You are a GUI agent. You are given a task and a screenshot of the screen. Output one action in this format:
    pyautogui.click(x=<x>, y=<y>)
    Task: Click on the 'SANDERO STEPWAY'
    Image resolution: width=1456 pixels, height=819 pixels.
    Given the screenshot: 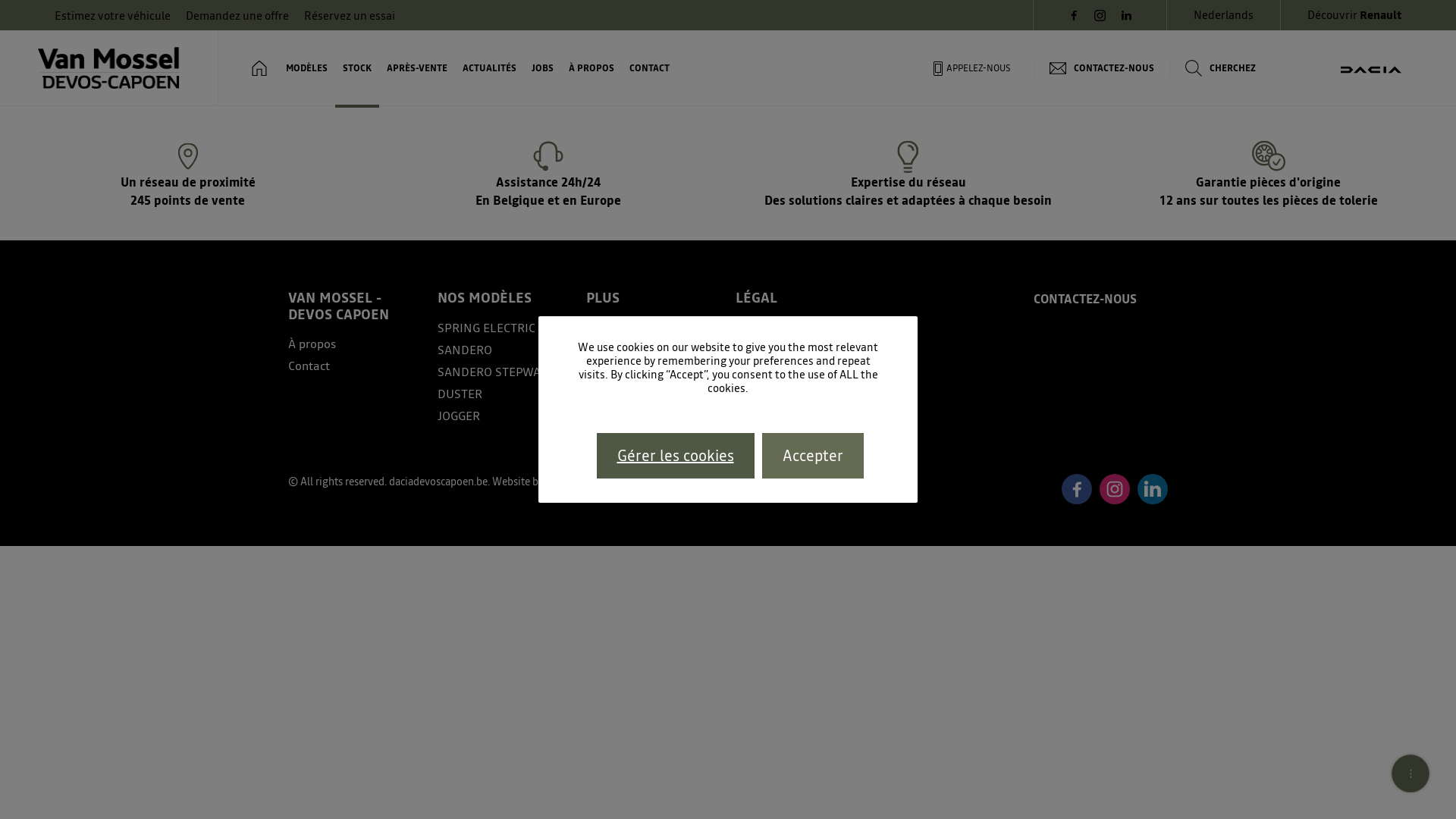 What is the action you would take?
    pyautogui.click(x=504, y=371)
    